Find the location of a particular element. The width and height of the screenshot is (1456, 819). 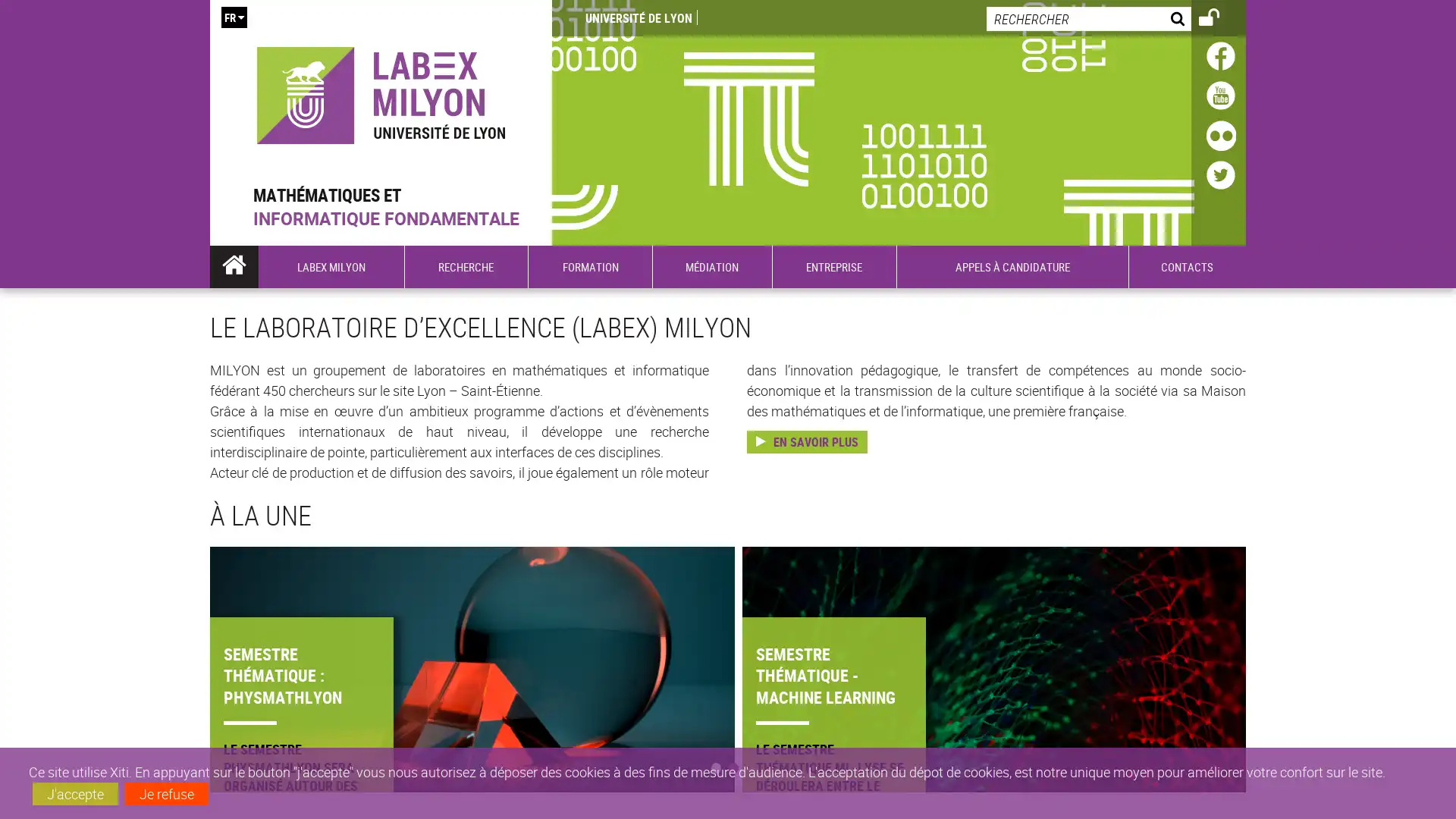

FR is located at coordinates (233, 17).